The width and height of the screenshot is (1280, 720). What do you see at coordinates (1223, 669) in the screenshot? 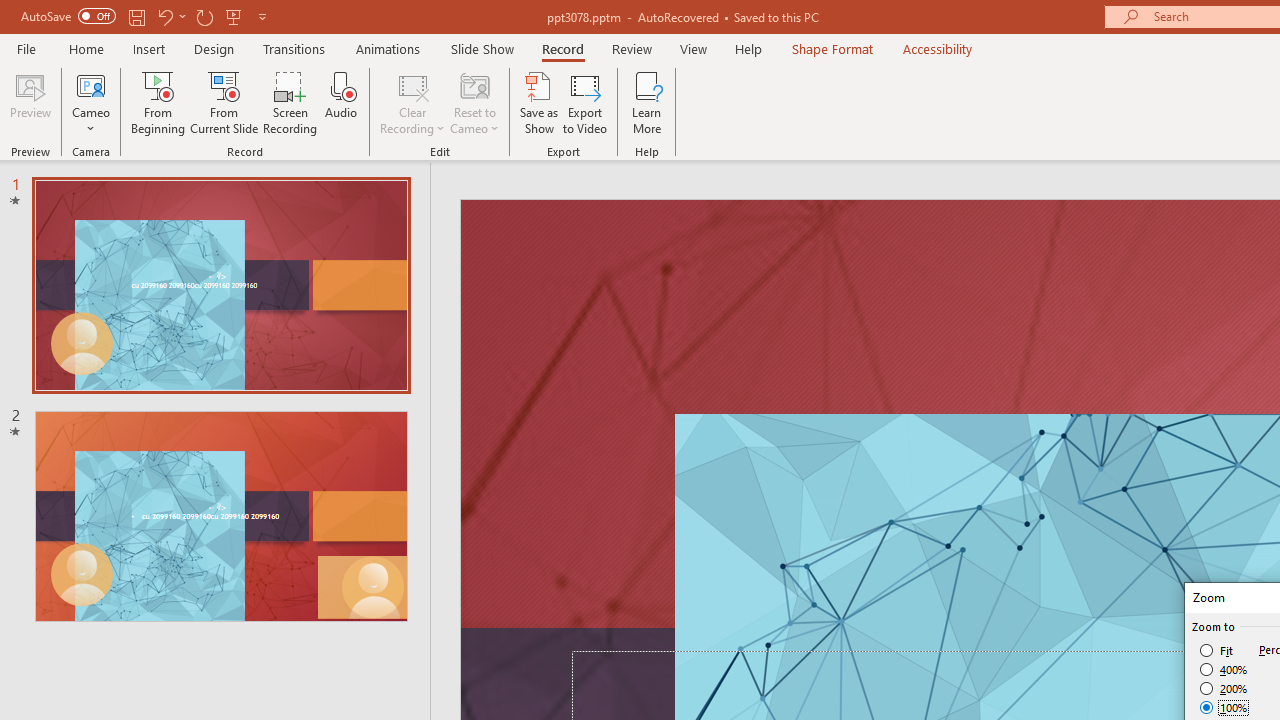
I see `'400%'` at bounding box center [1223, 669].